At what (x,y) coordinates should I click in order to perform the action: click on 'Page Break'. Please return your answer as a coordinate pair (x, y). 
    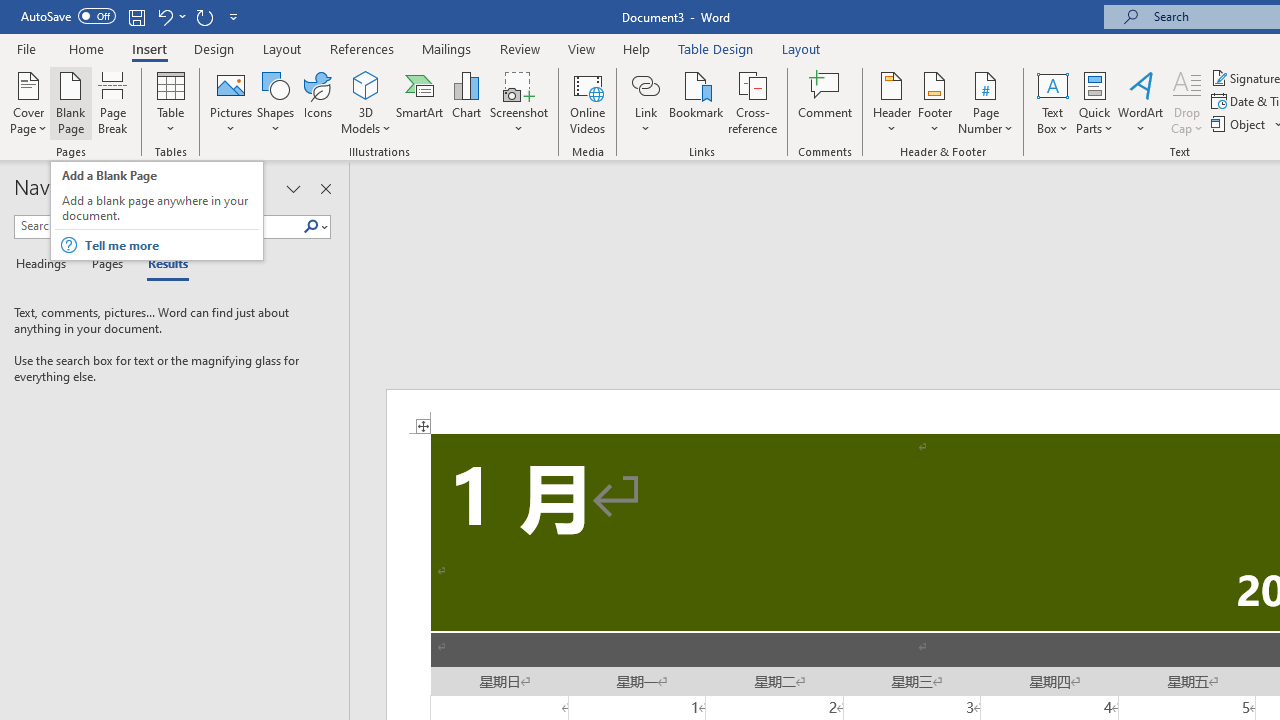
    Looking at the image, I should click on (112, 103).